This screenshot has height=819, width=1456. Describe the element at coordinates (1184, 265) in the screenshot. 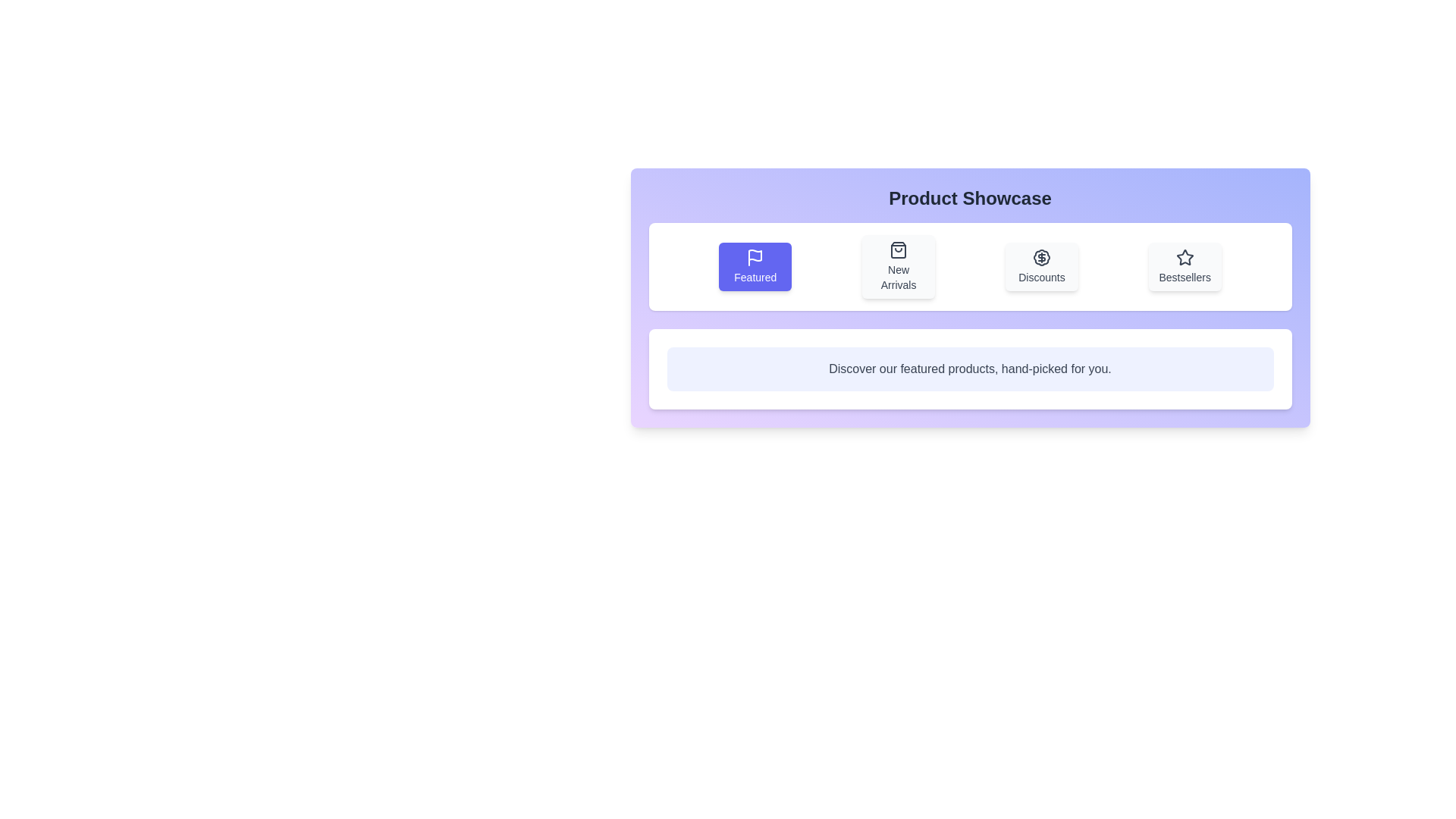

I see `the rectangular button labeled 'Bestsellers' with a star icon, located in the 'Product Showcase' section to activate visual feedback` at that location.